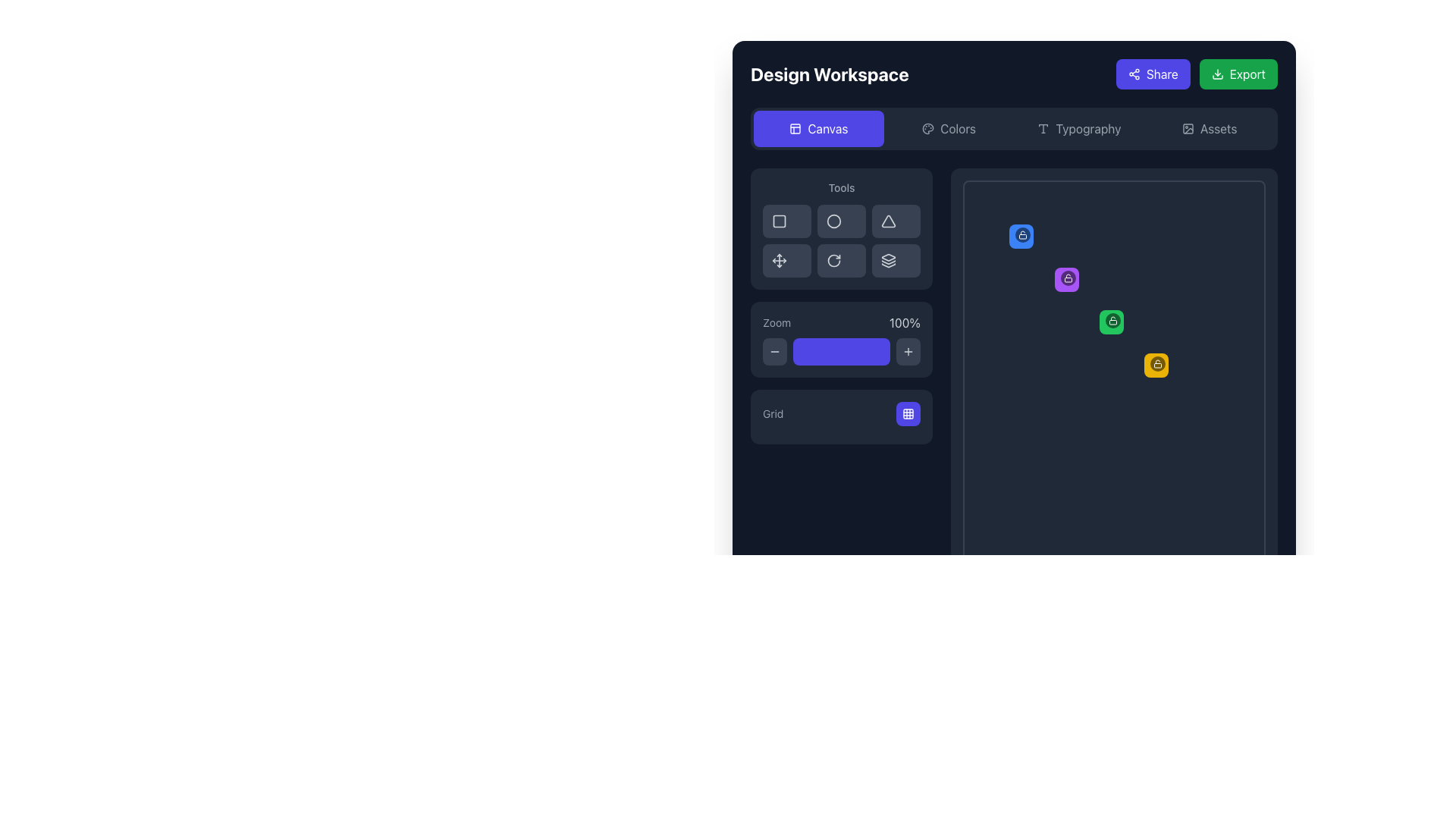 Image resolution: width=1456 pixels, height=819 pixels. I want to click on the triangle icon in the 'Tools' section of the sidebar, so click(888, 221).